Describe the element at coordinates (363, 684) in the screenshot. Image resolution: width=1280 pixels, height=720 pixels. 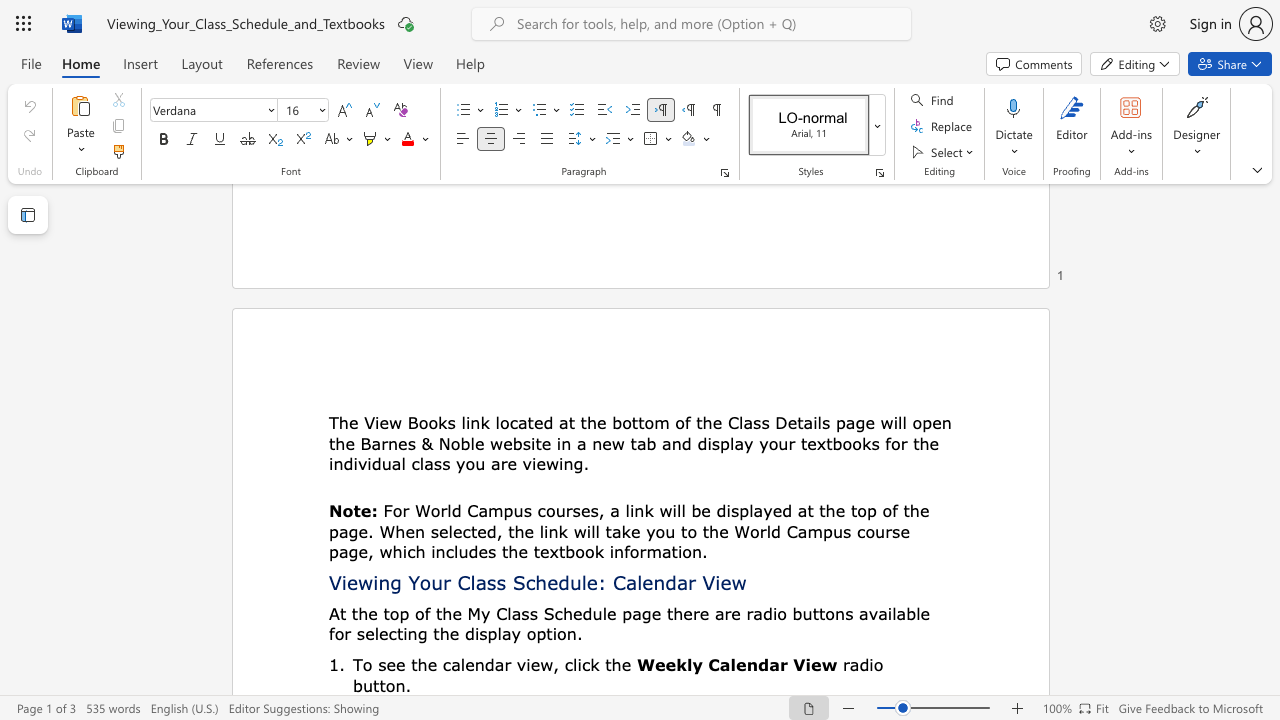
I see `the subset text "utto" within the text "radio button."` at that location.